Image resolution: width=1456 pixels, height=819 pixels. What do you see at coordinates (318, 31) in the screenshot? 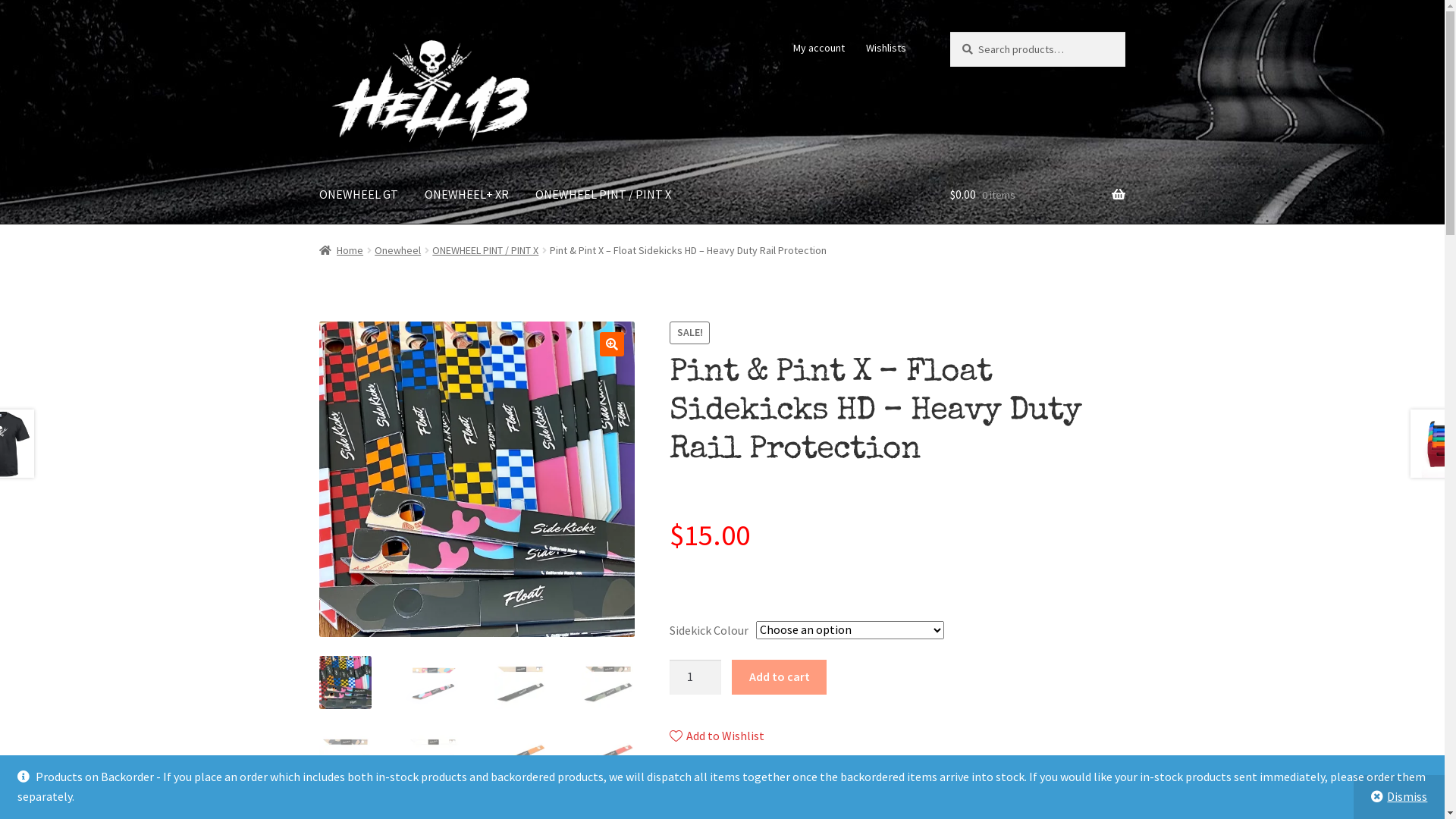
I see `'Skip to navigation'` at bounding box center [318, 31].